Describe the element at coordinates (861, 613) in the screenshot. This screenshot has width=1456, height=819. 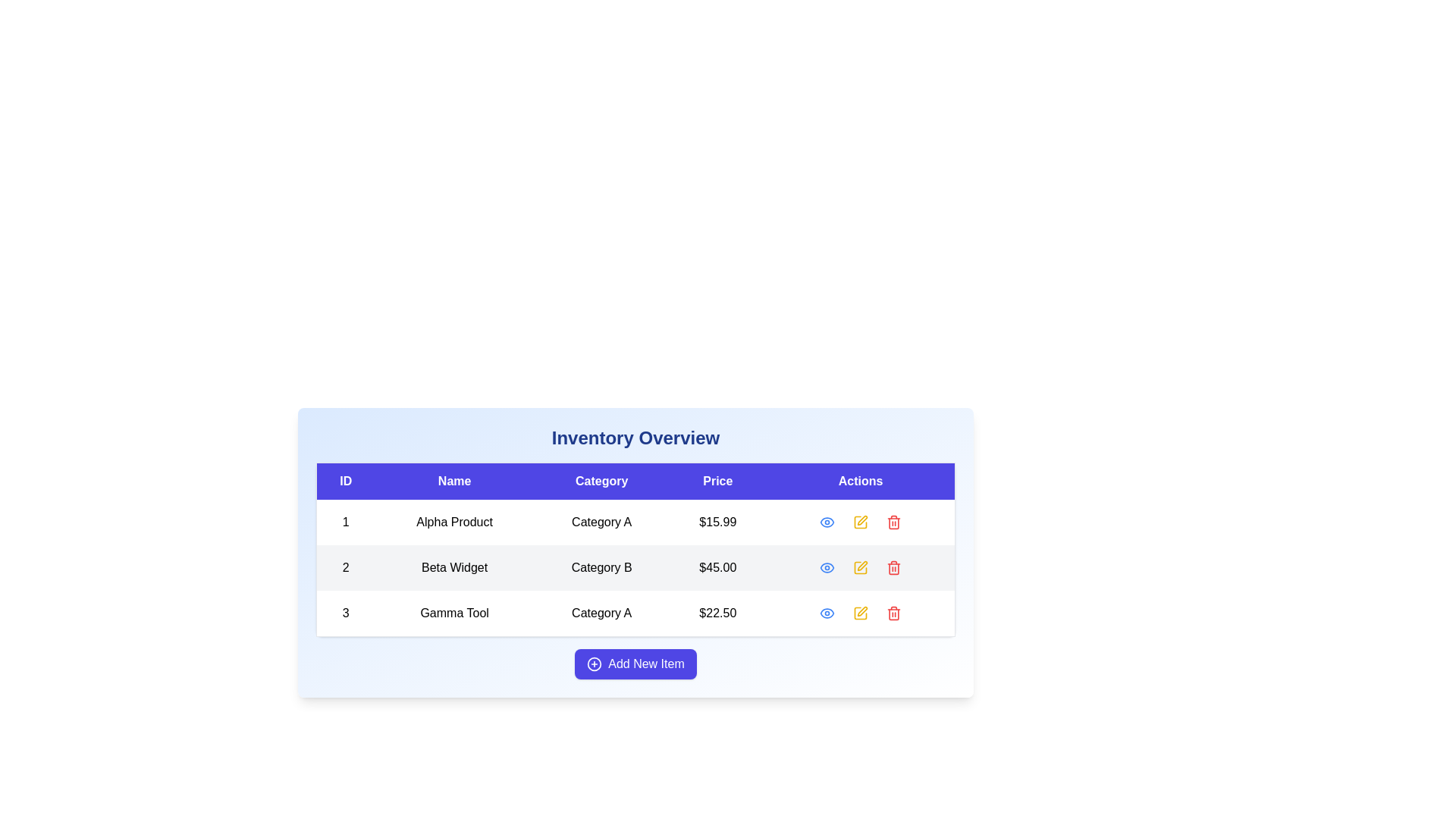
I see `the edit IconButton located in the 'Actions' column of the third row to initiate an edit action` at that location.